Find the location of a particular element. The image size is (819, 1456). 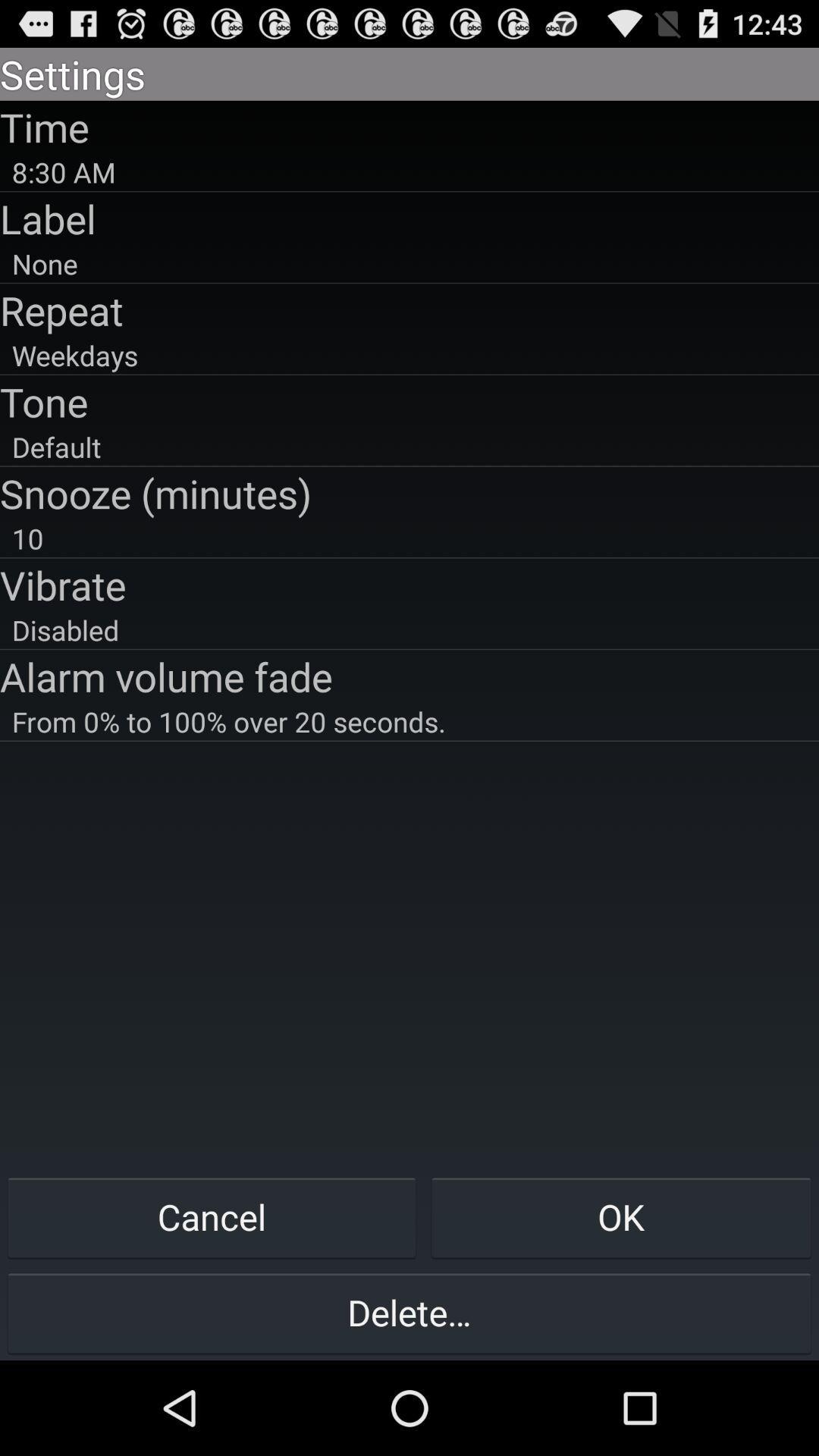

the repeat icon is located at coordinates (409, 309).